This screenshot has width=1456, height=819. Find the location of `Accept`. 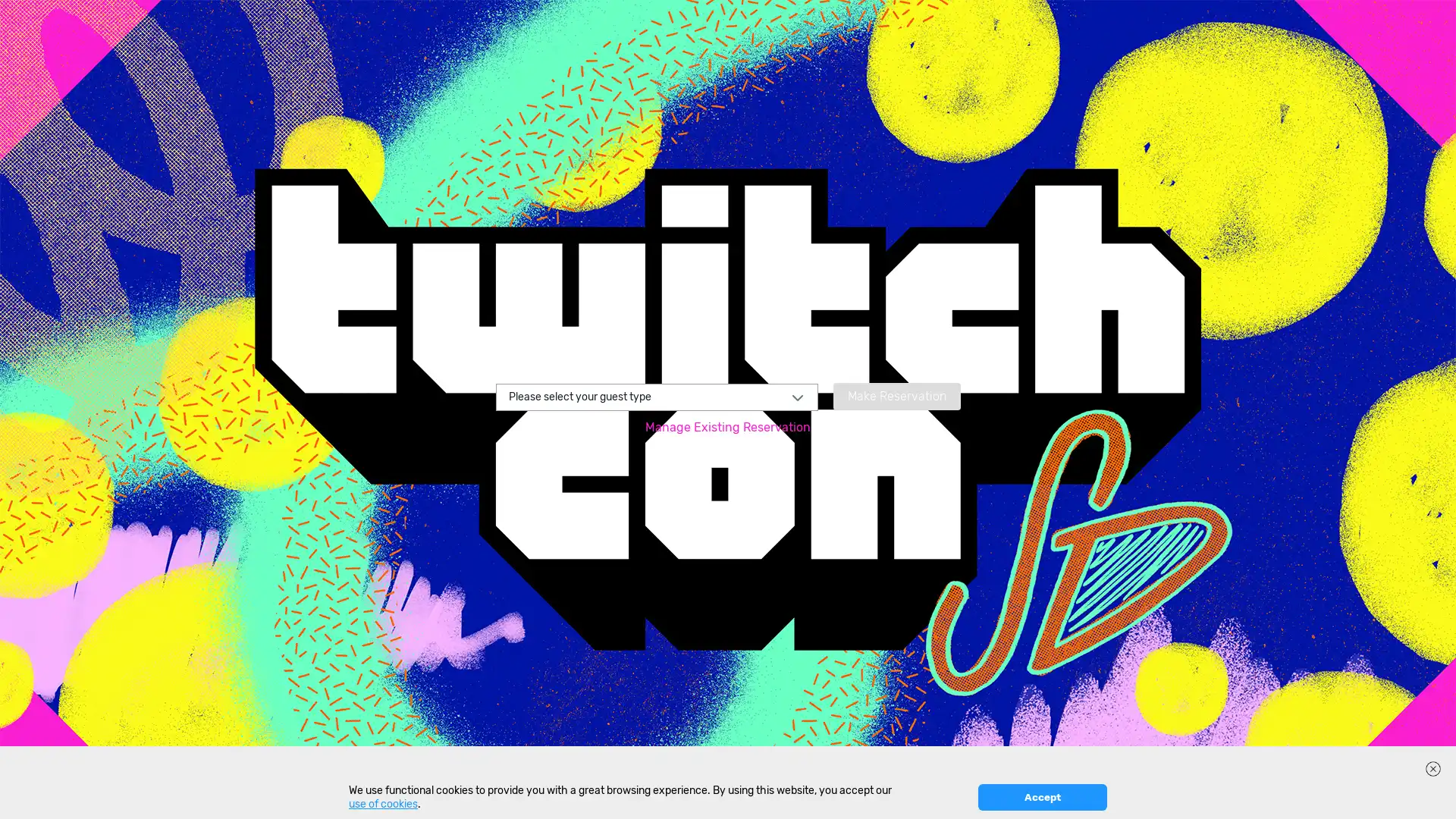

Accept is located at coordinates (1041, 796).